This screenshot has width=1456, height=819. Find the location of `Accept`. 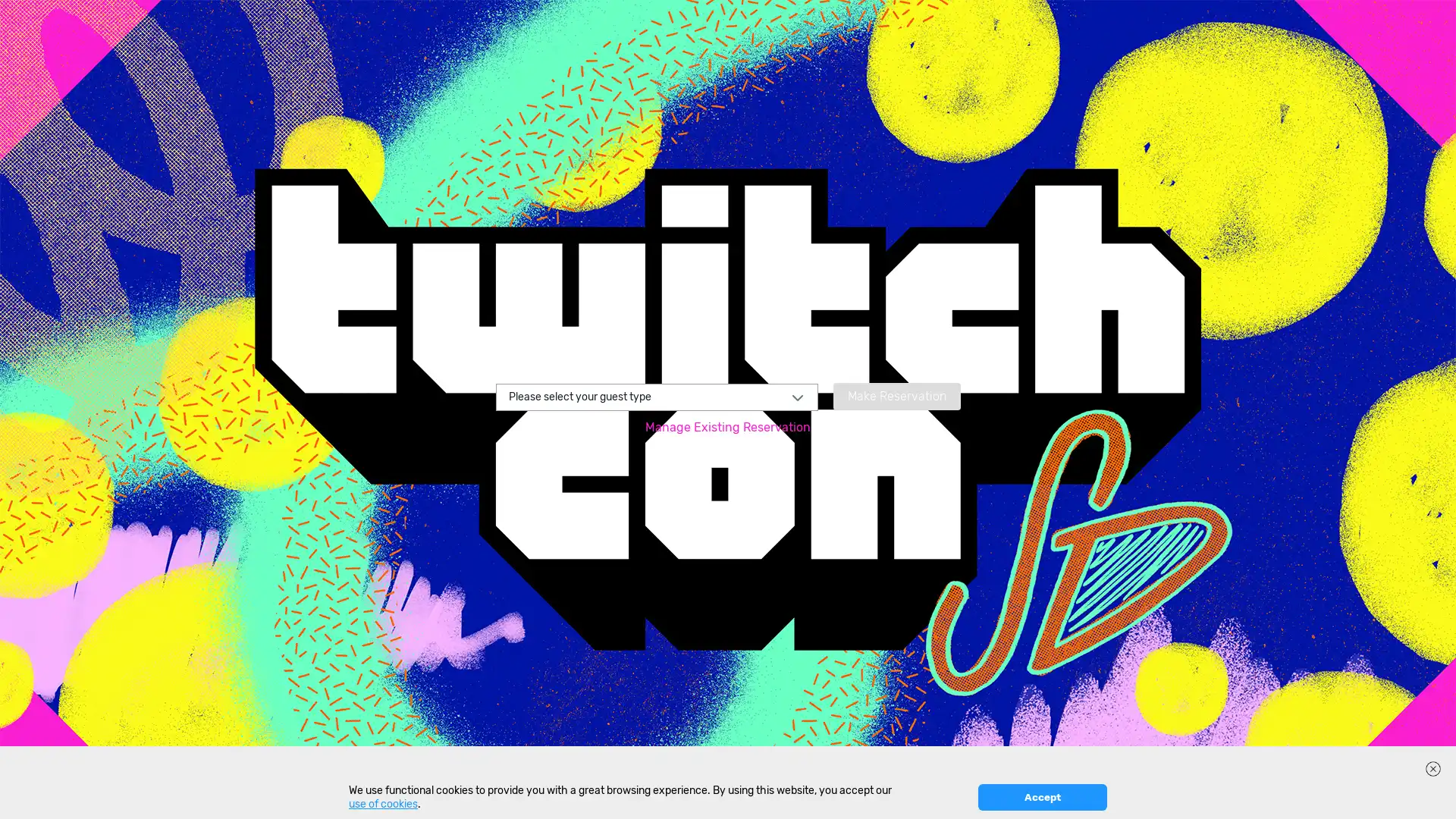

Accept is located at coordinates (1041, 796).